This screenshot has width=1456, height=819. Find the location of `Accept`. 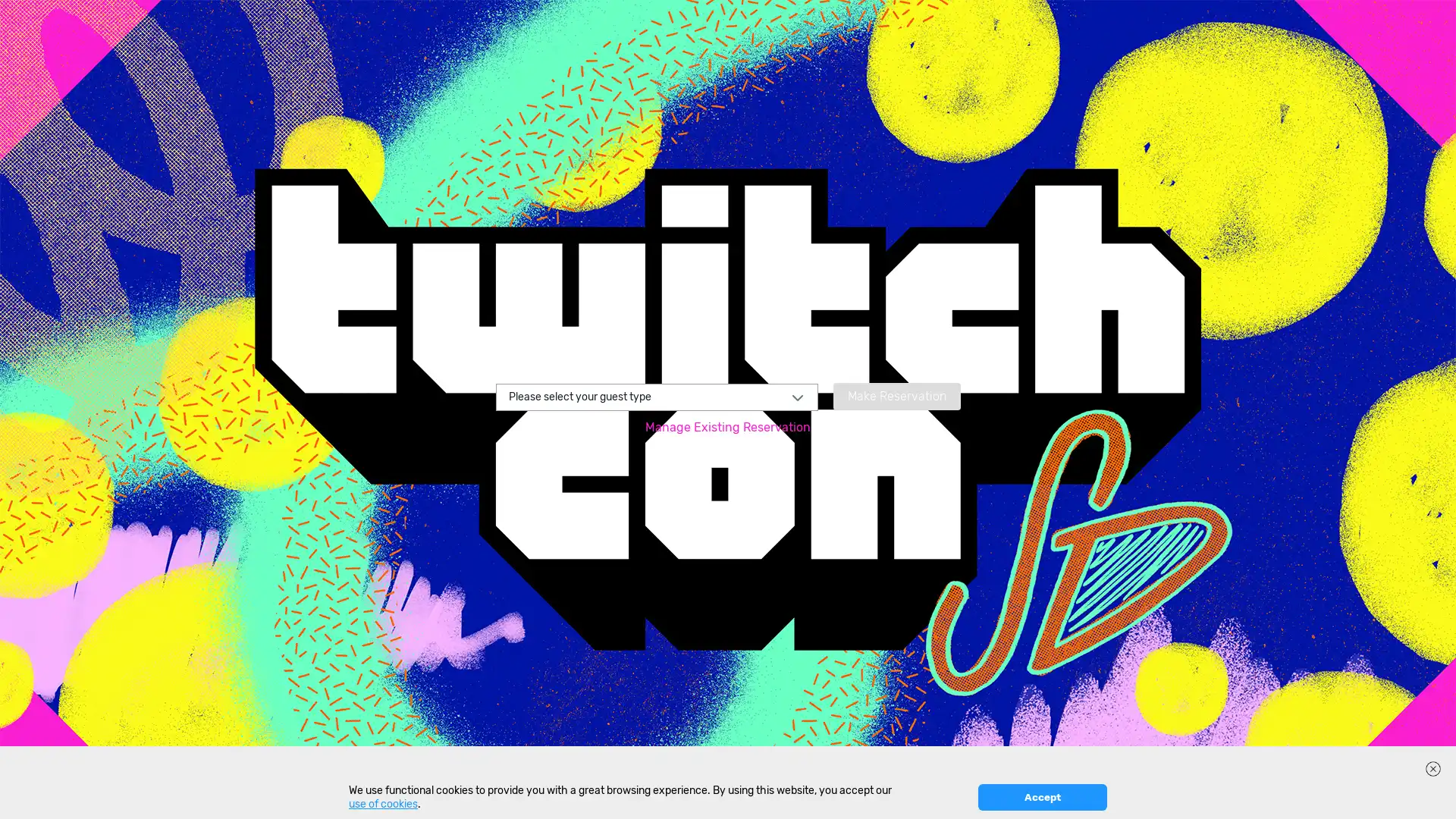

Accept is located at coordinates (1041, 796).